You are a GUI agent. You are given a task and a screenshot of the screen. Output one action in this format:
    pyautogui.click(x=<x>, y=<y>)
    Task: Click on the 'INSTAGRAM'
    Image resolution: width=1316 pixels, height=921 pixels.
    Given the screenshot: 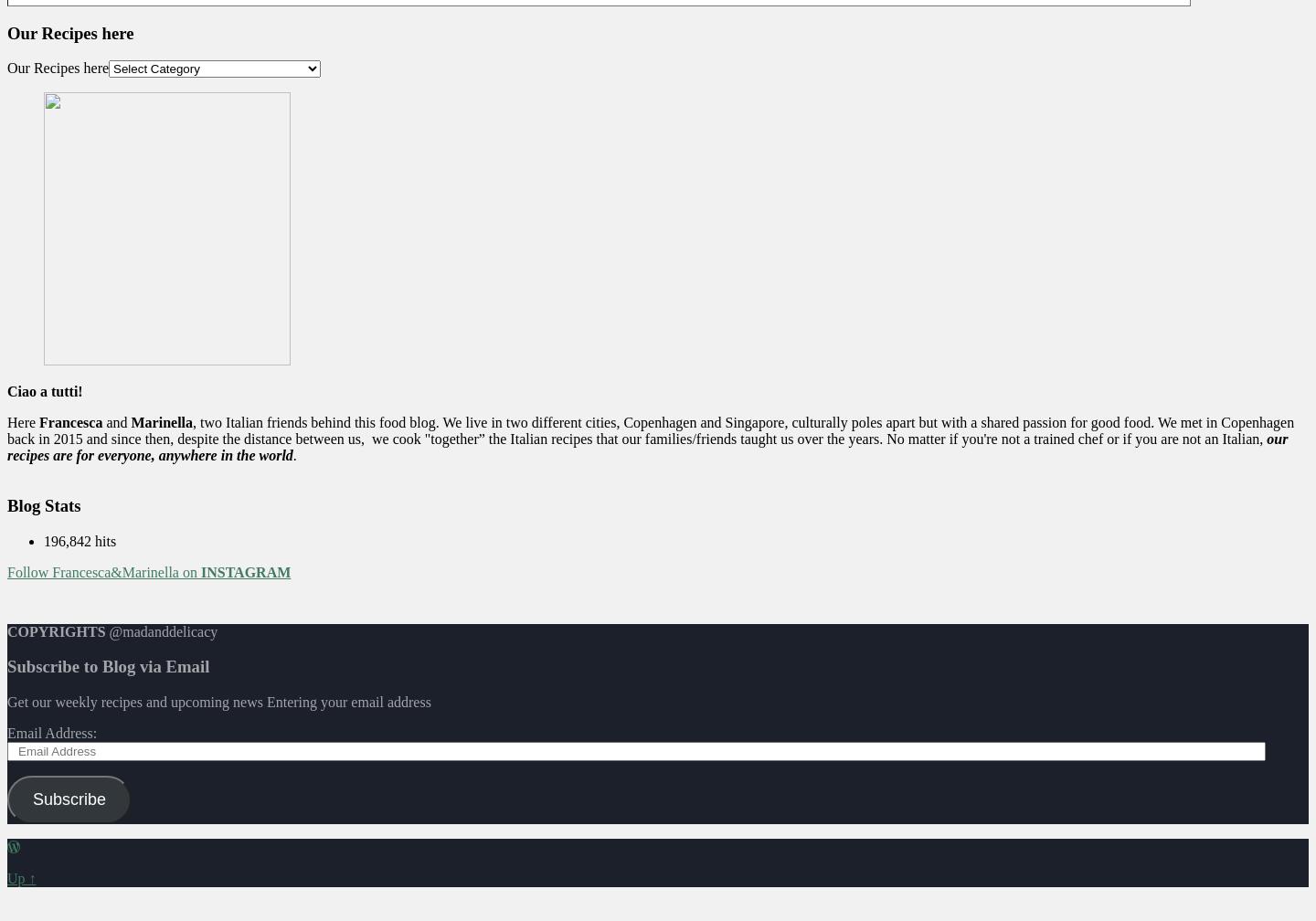 What is the action you would take?
    pyautogui.click(x=244, y=571)
    